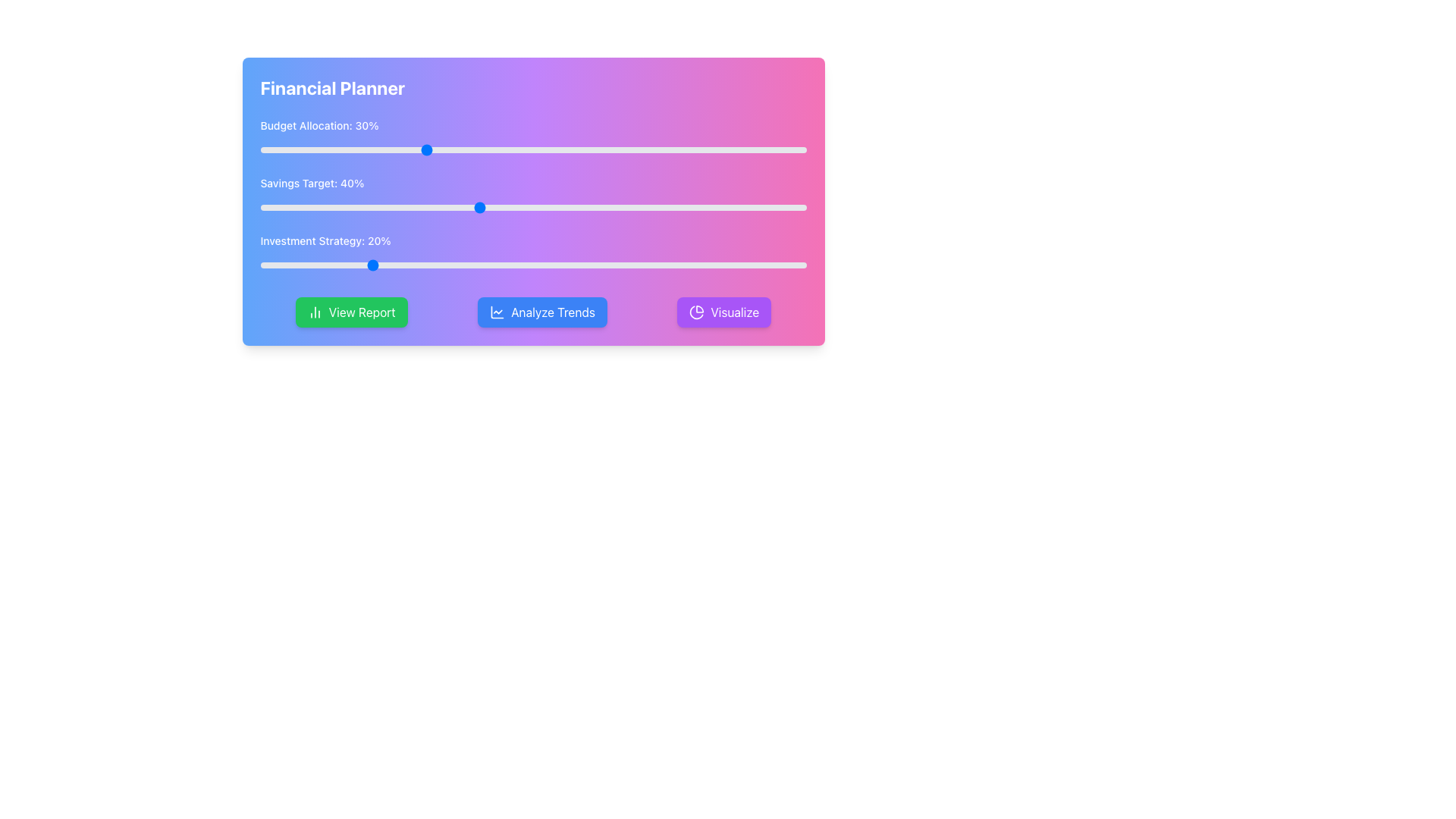 The image size is (1456, 819). What do you see at coordinates (380, 149) in the screenshot?
I see `the budget allocation slider` at bounding box center [380, 149].